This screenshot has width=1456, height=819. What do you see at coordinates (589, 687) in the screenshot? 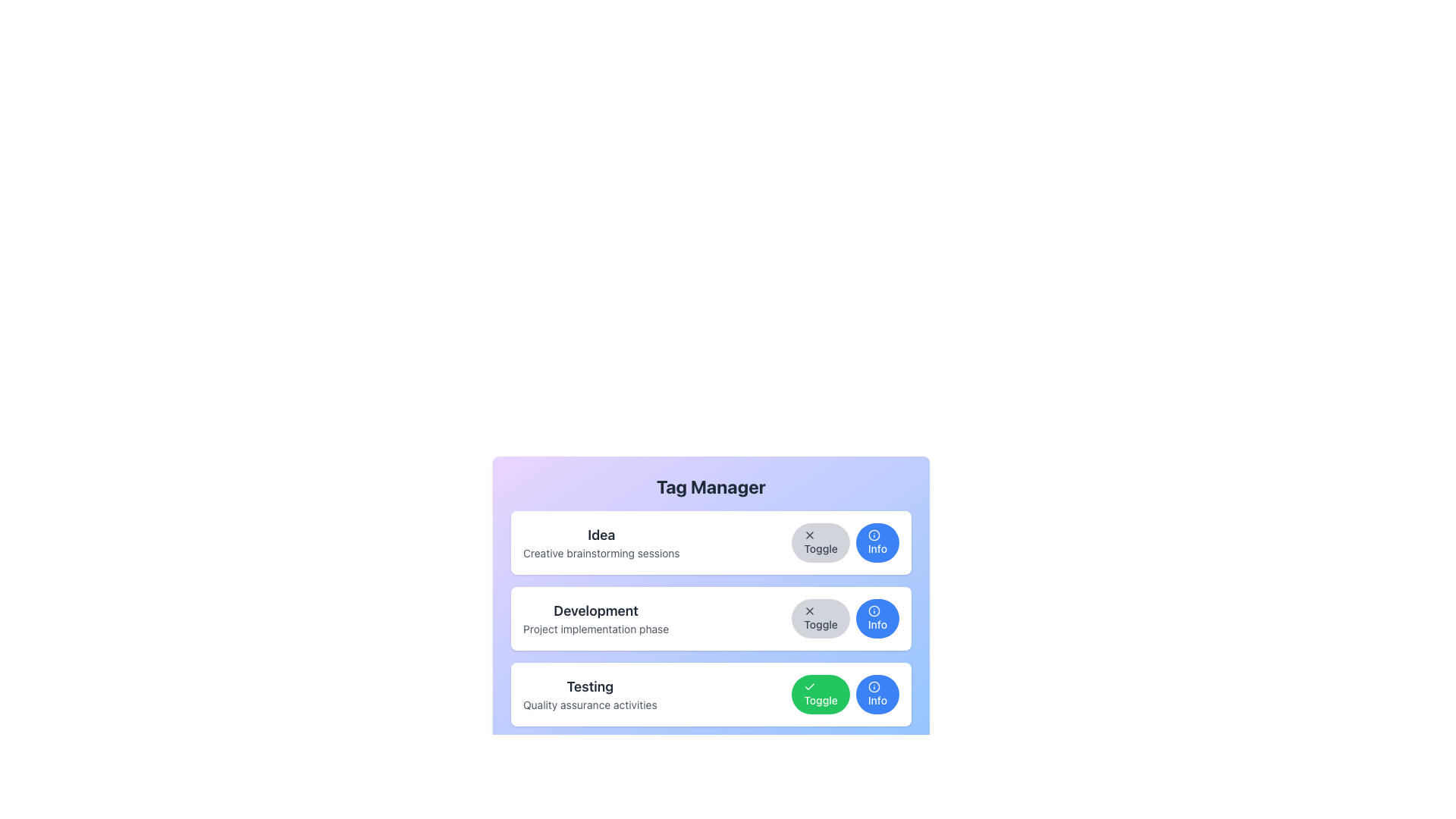
I see `the text label displaying 'Testing' in semi-bold font style, located in the third section of the 'Tag Manager' interface` at bounding box center [589, 687].